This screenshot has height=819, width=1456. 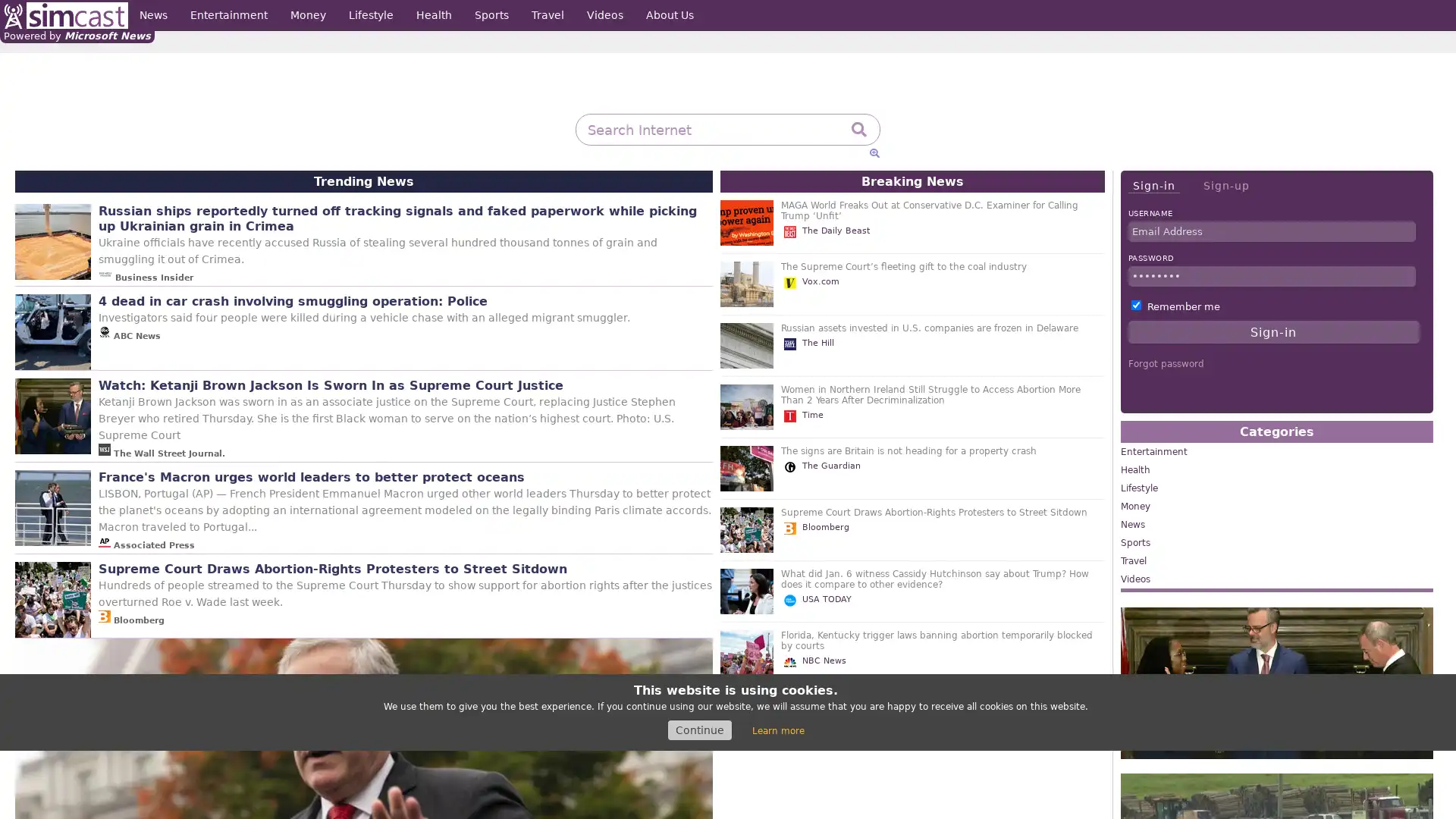 What do you see at coordinates (1273, 331) in the screenshot?
I see `Sign-in` at bounding box center [1273, 331].